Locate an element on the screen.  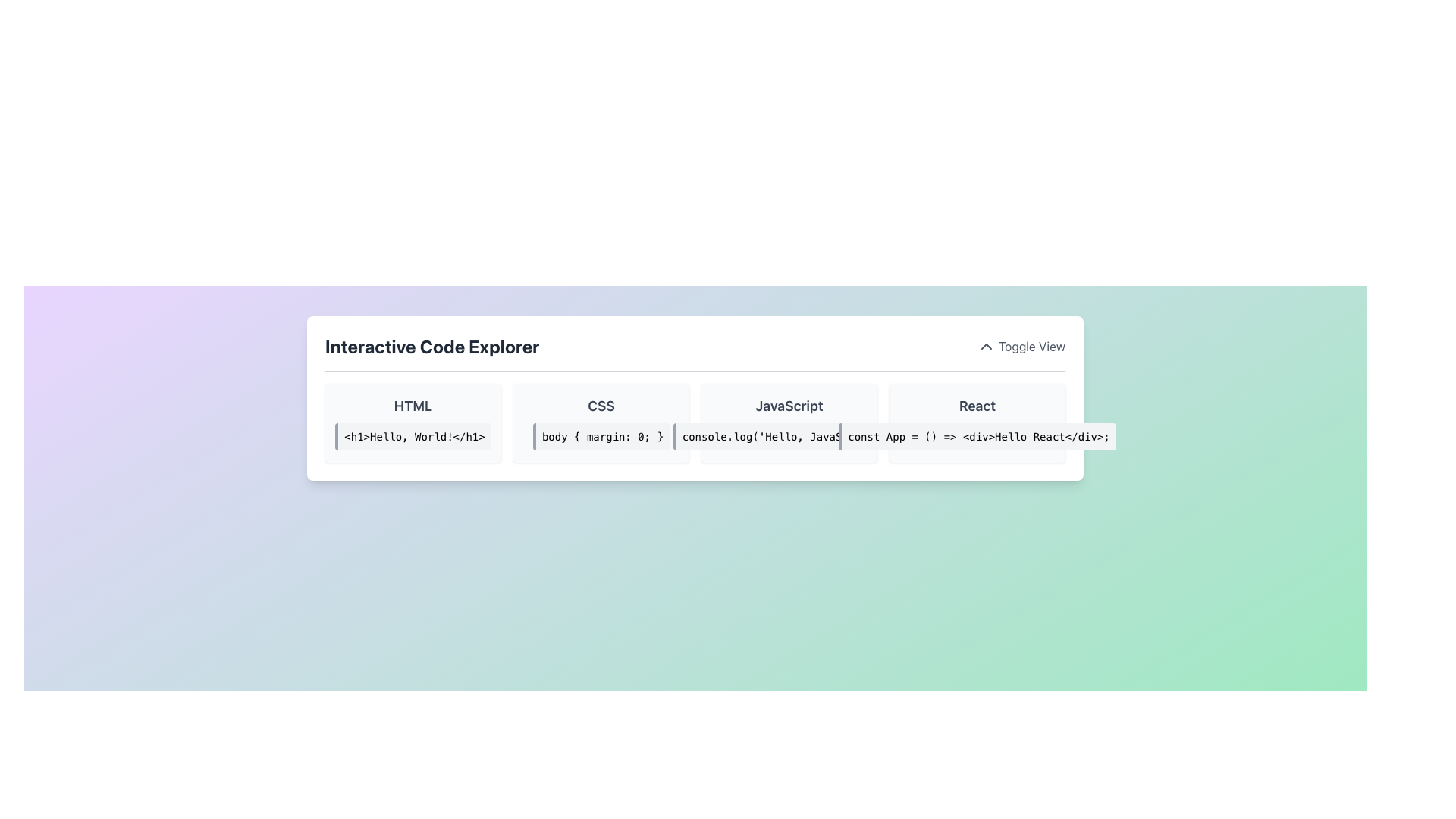
the text label or heading that serves as a title for the associated code snippet in the JavaScript section of the interface, located in the upper section of a card grouping text and code snippets is located at coordinates (977, 406).